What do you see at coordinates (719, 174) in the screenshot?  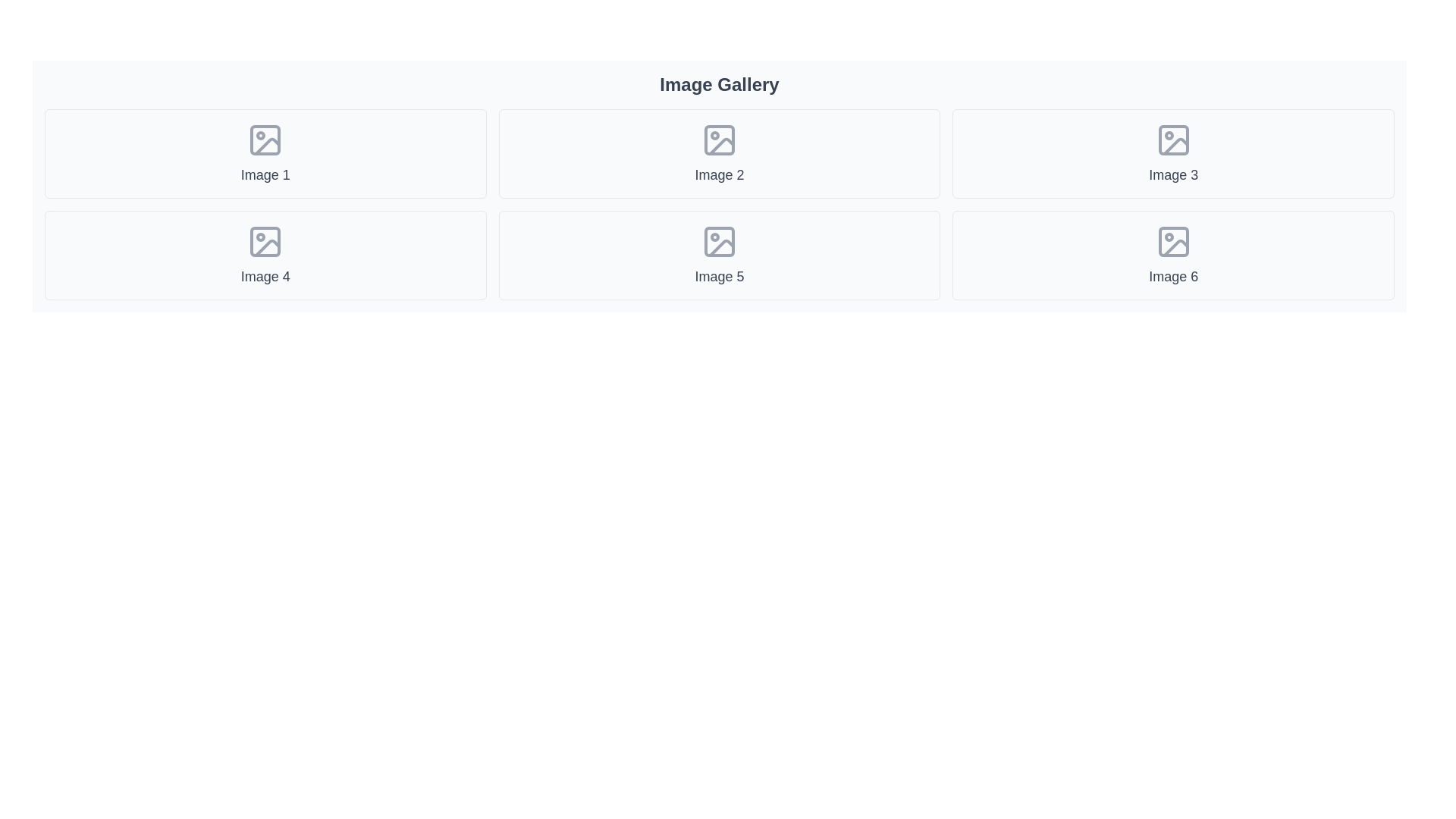 I see `the text label reading 'Image 2', which is styled with a medium font size and gray color, located directly beneath an image icon in a 2x3 grid gallery structure` at bounding box center [719, 174].